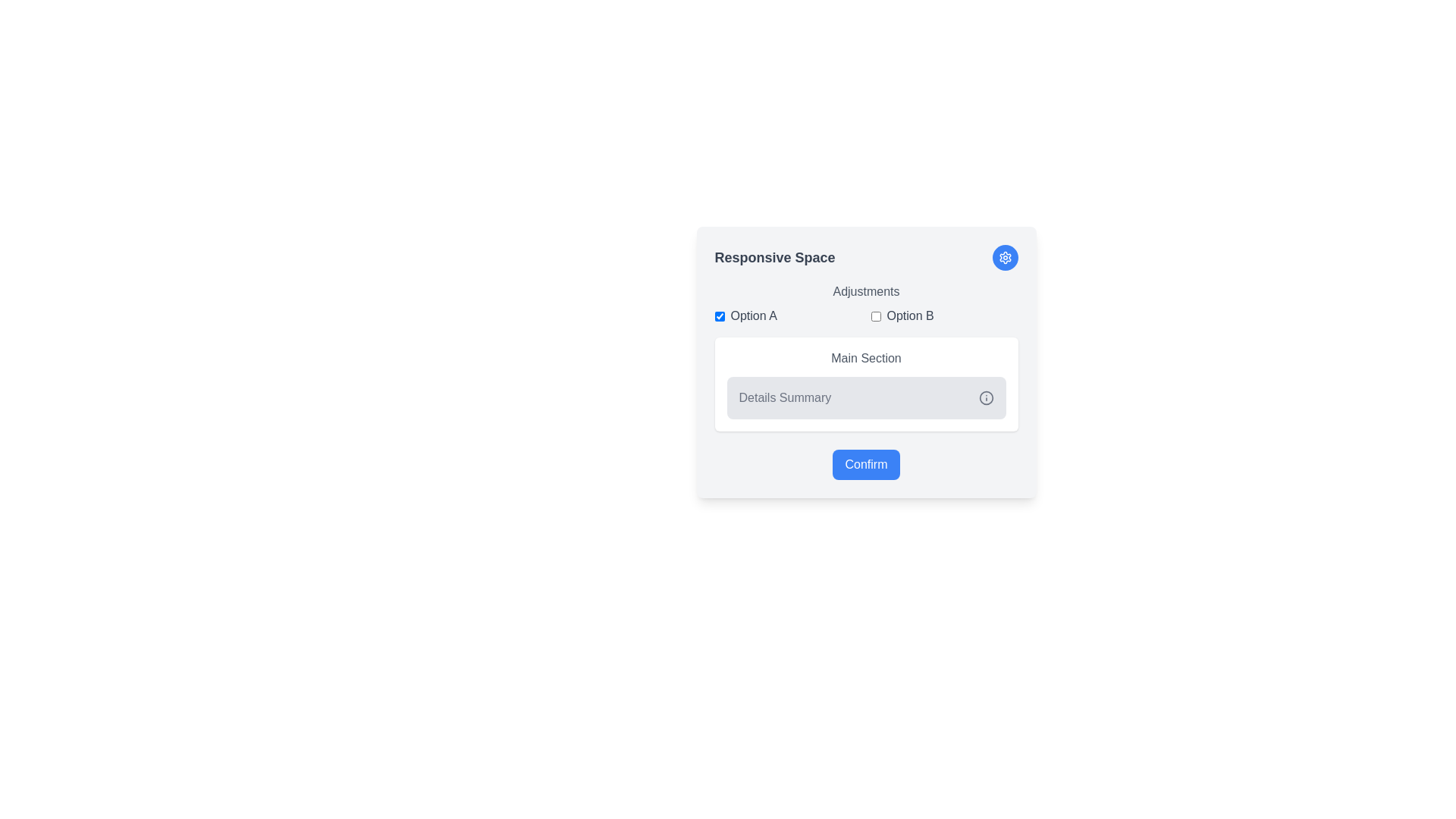 This screenshot has width=1456, height=819. I want to click on the text label displaying 'Responsive Space' in bold, deep gray font located in the top-left section of the header of a centered card-style panel, so click(775, 256).